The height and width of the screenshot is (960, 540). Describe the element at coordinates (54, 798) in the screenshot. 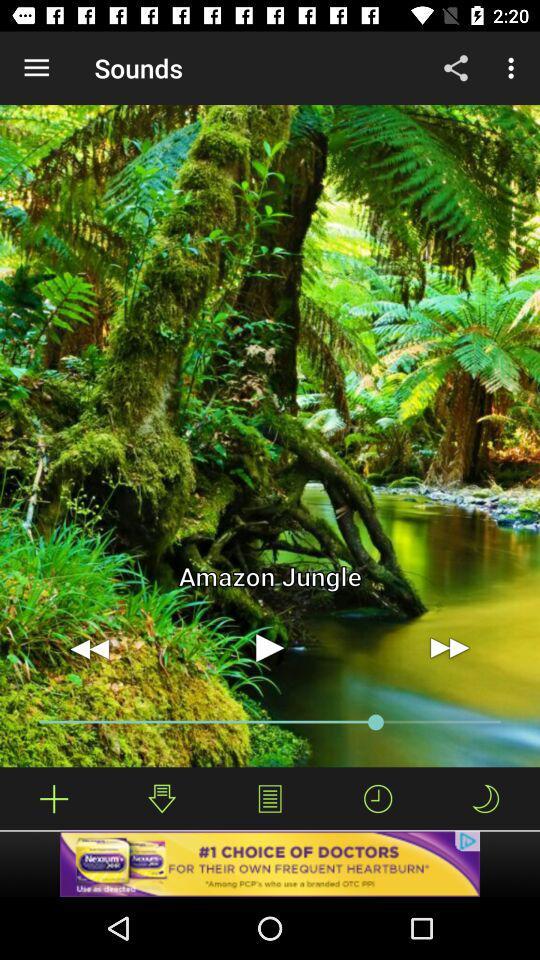

I see `the add icon` at that location.